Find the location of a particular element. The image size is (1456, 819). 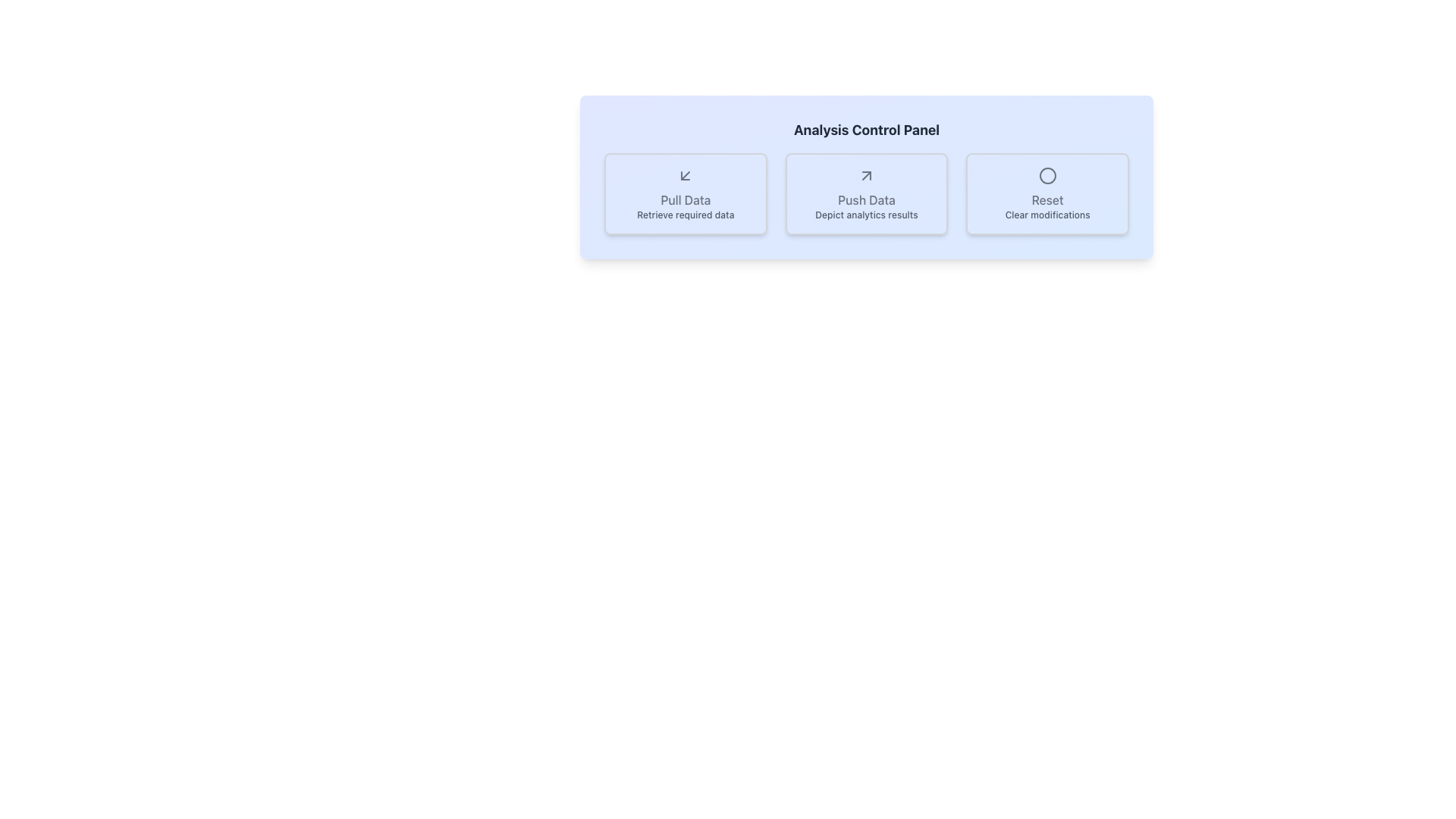

the third button from the left in the Analysis Control Panel is located at coordinates (1046, 193).